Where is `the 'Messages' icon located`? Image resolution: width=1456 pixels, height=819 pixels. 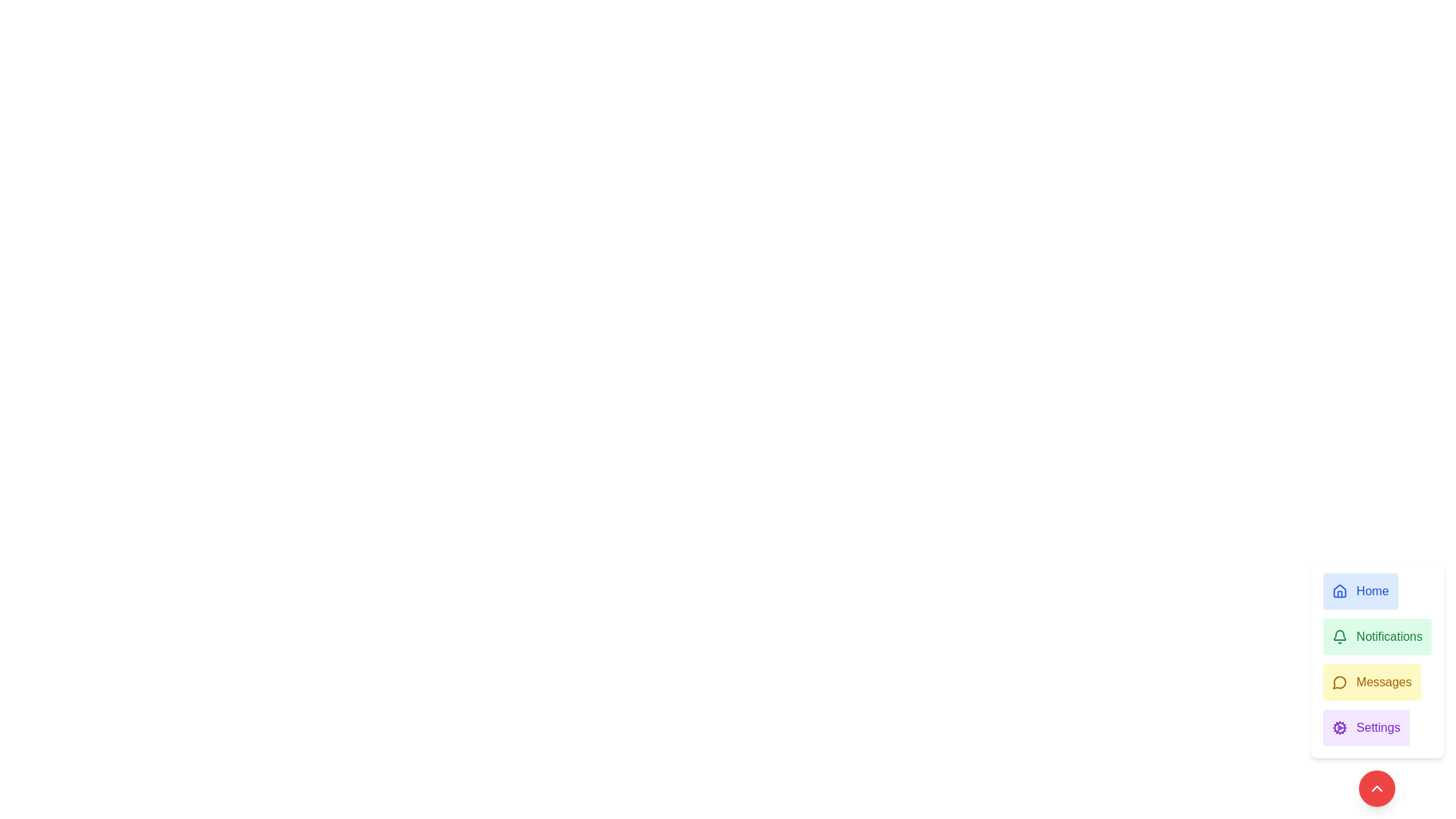 the 'Messages' icon located is located at coordinates (1339, 681).